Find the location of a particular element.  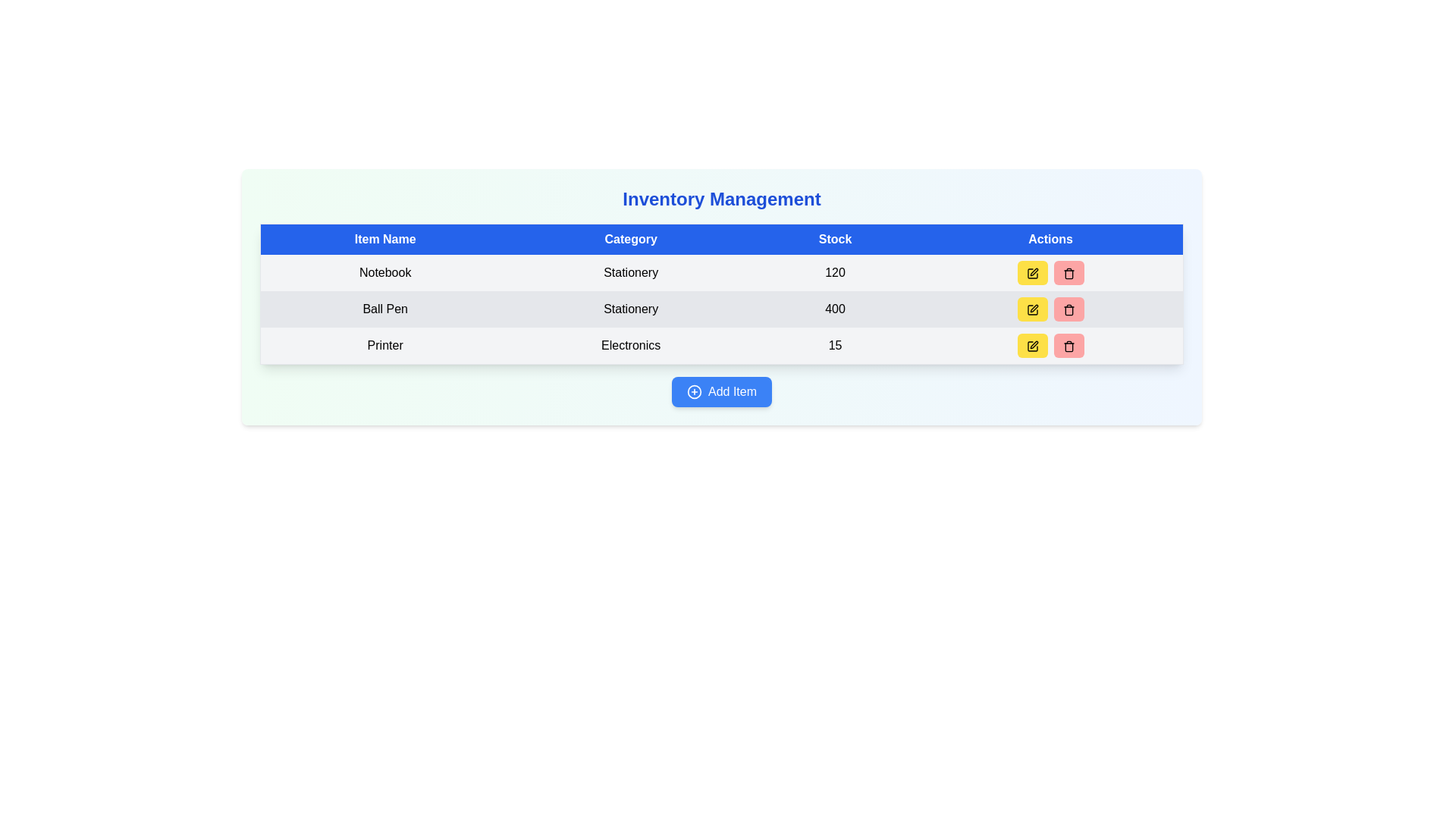

the edit icon button located in the Actions column for the 'Ball Pen' item, which has a yellow background and is positioned to the left of the red delete button is located at coordinates (1031, 309).